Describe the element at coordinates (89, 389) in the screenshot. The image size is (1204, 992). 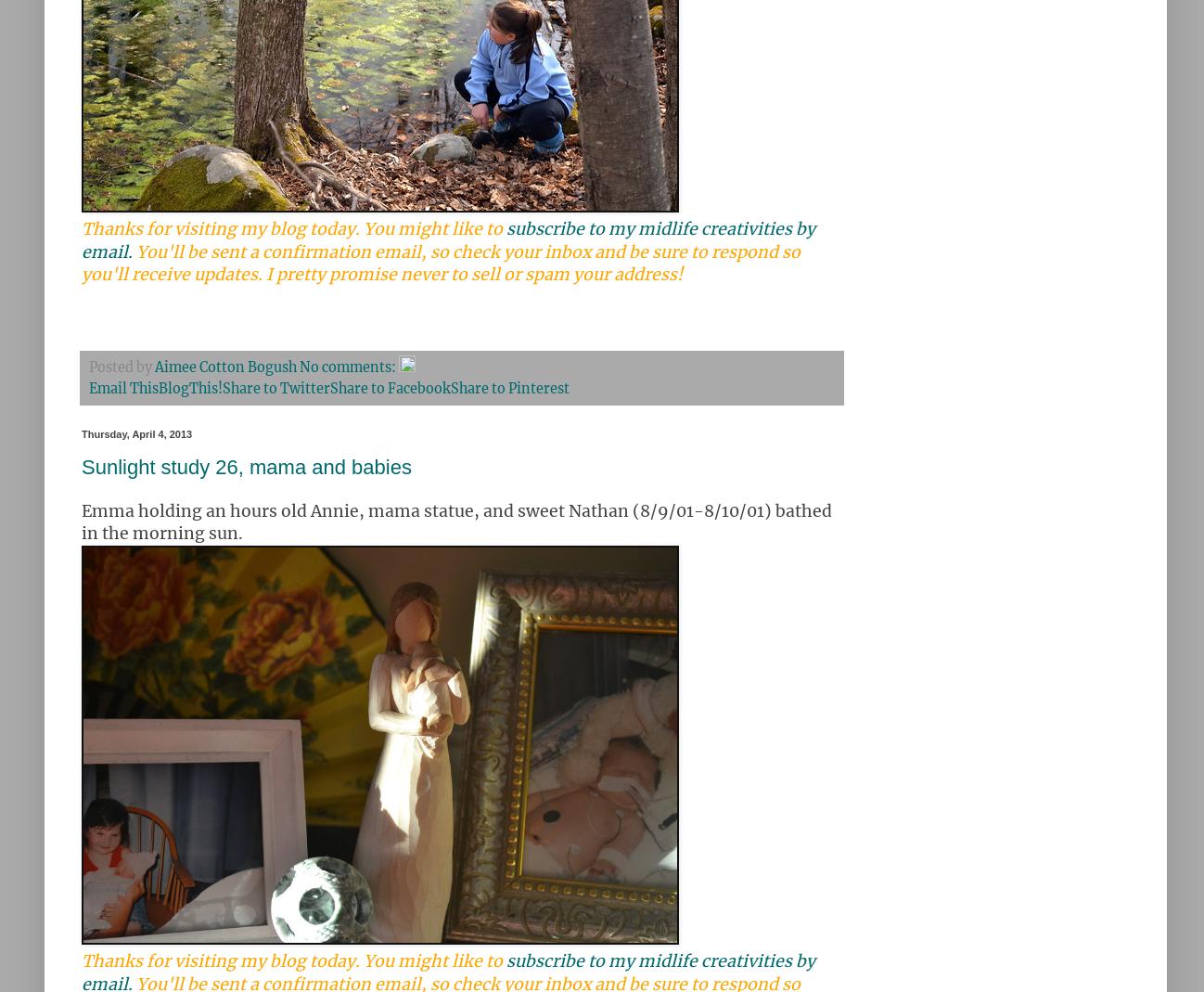
I see `'Email This'` at that location.